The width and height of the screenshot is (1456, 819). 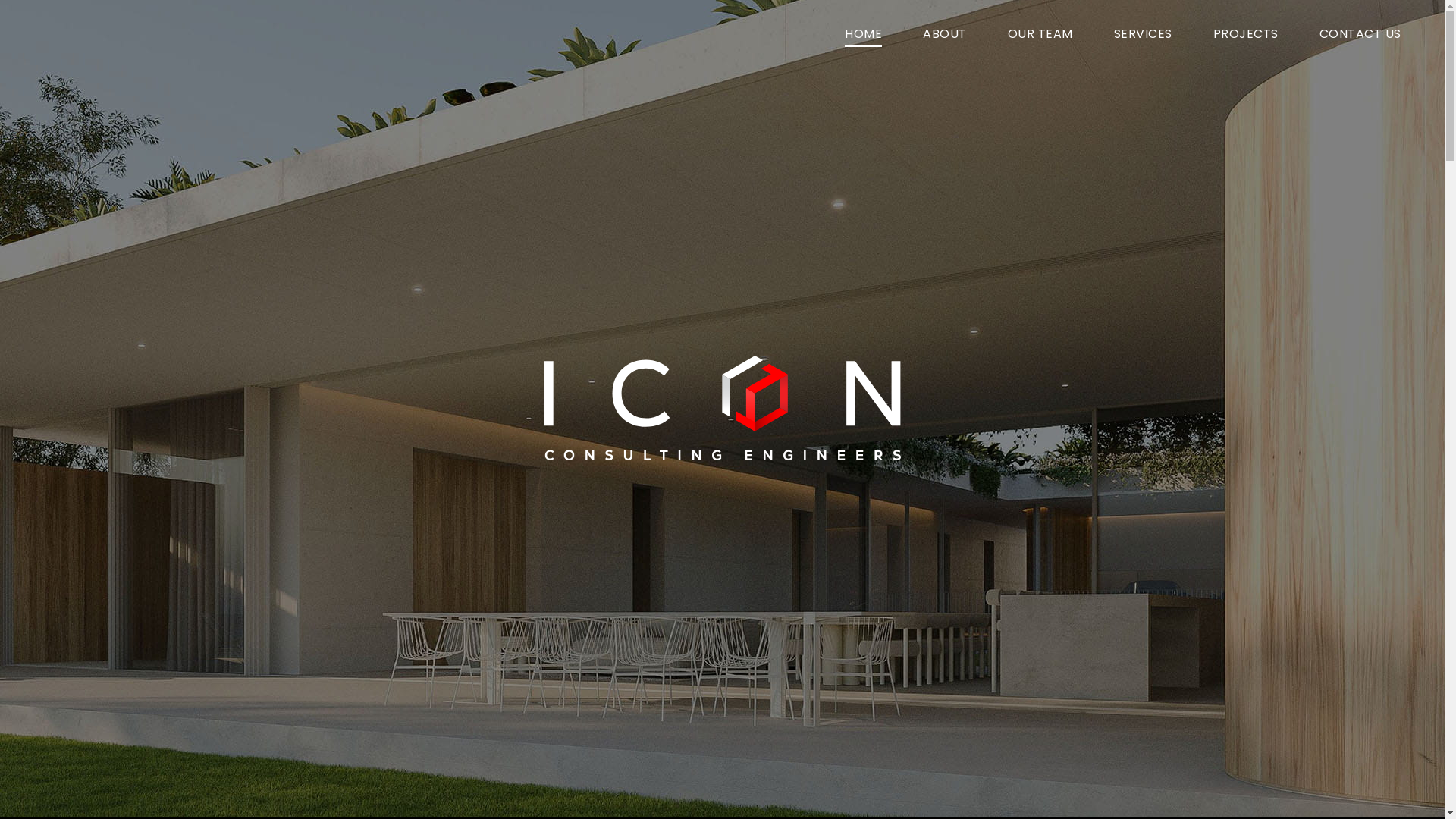 What do you see at coordinates (1040, 34) in the screenshot?
I see `'OUR TEAM'` at bounding box center [1040, 34].